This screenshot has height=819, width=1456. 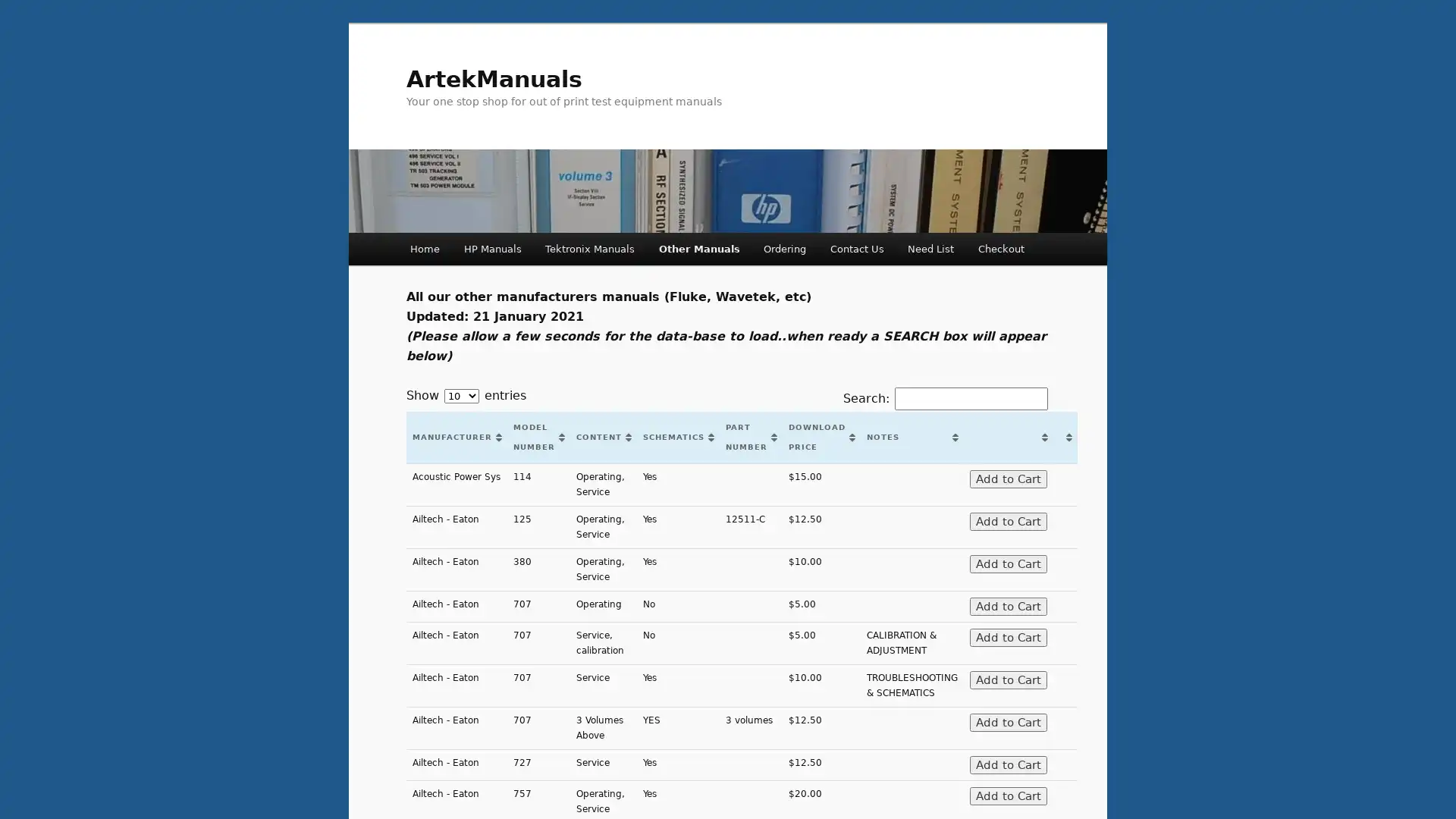 I want to click on Add to Cart, so click(x=1008, y=605).